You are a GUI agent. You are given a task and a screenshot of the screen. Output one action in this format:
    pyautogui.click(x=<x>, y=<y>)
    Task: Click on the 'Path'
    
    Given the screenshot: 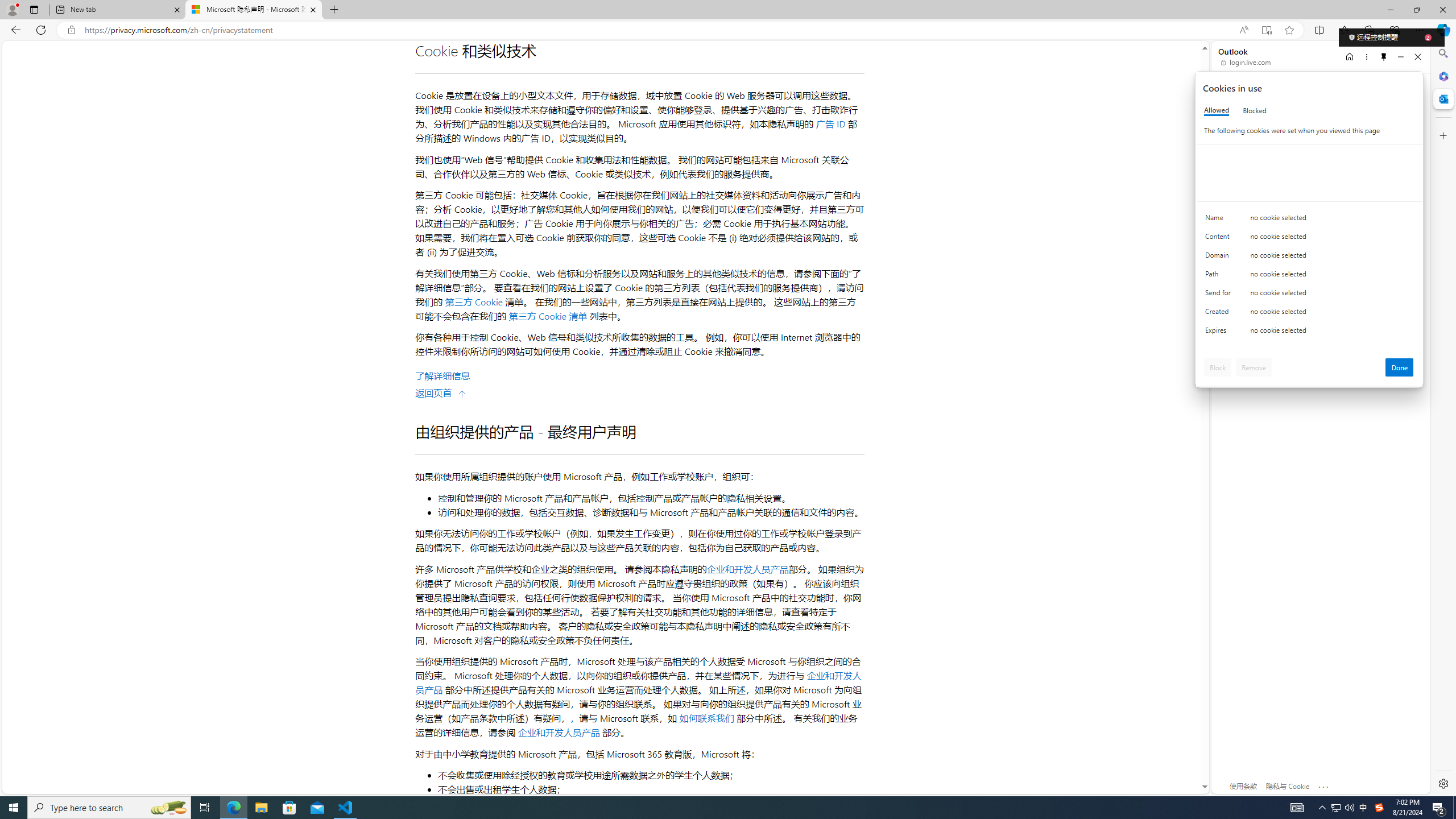 What is the action you would take?
    pyautogui.click(x=1219, y=276)
    